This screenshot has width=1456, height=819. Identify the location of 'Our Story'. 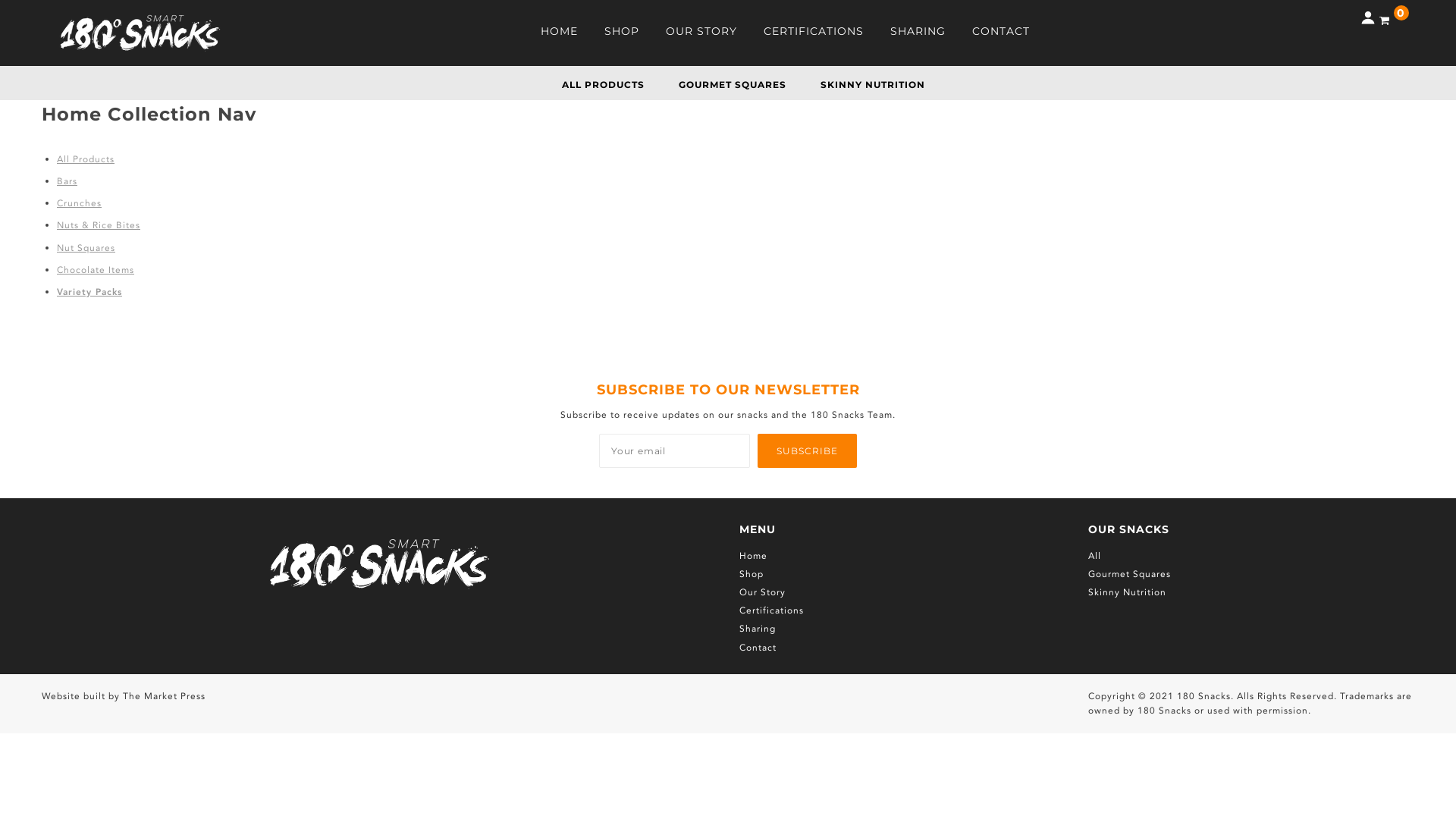
(762, 591).